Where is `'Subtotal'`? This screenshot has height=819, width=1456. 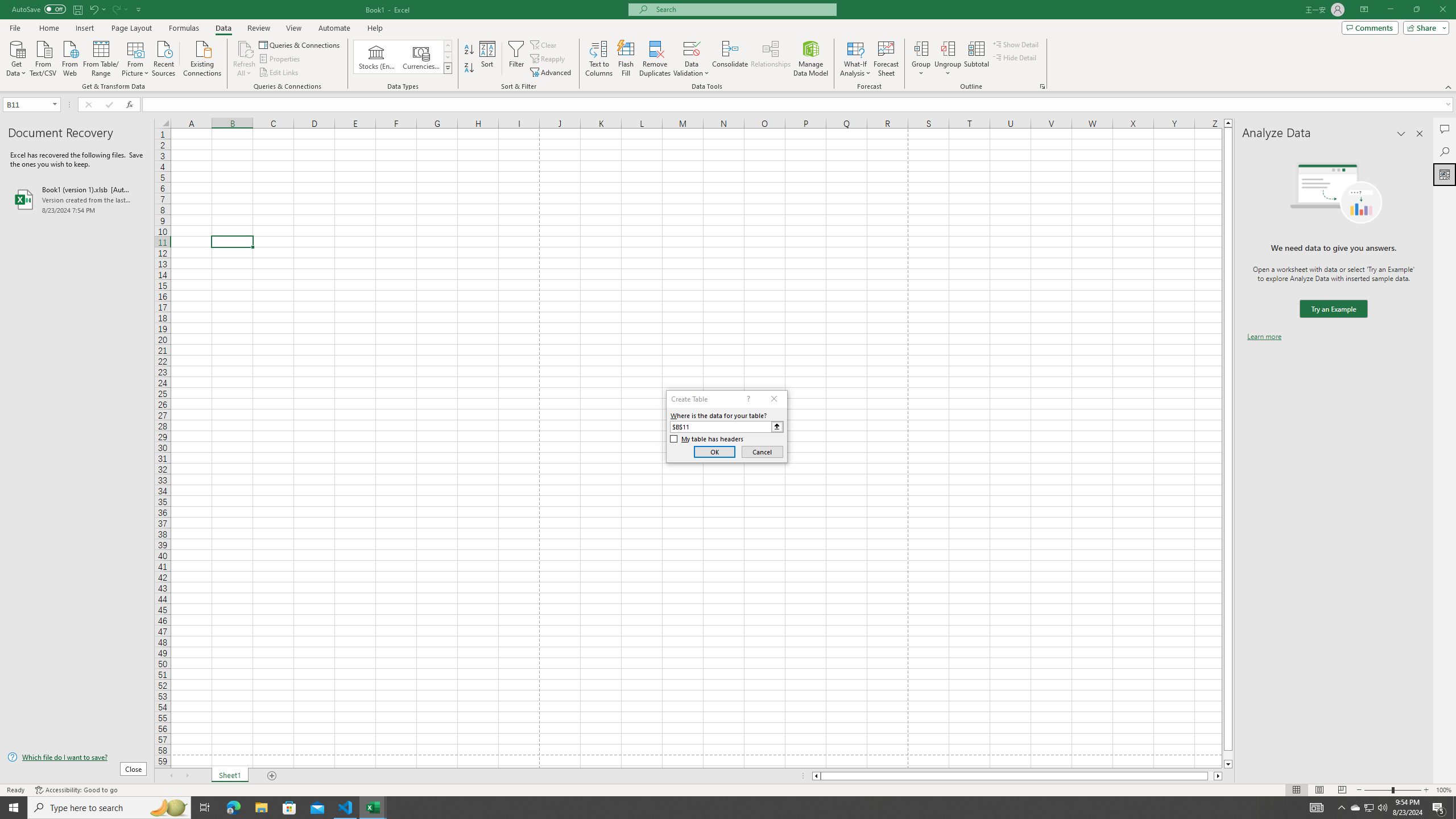 'Subtotal' is located at coordinates (976, 59).